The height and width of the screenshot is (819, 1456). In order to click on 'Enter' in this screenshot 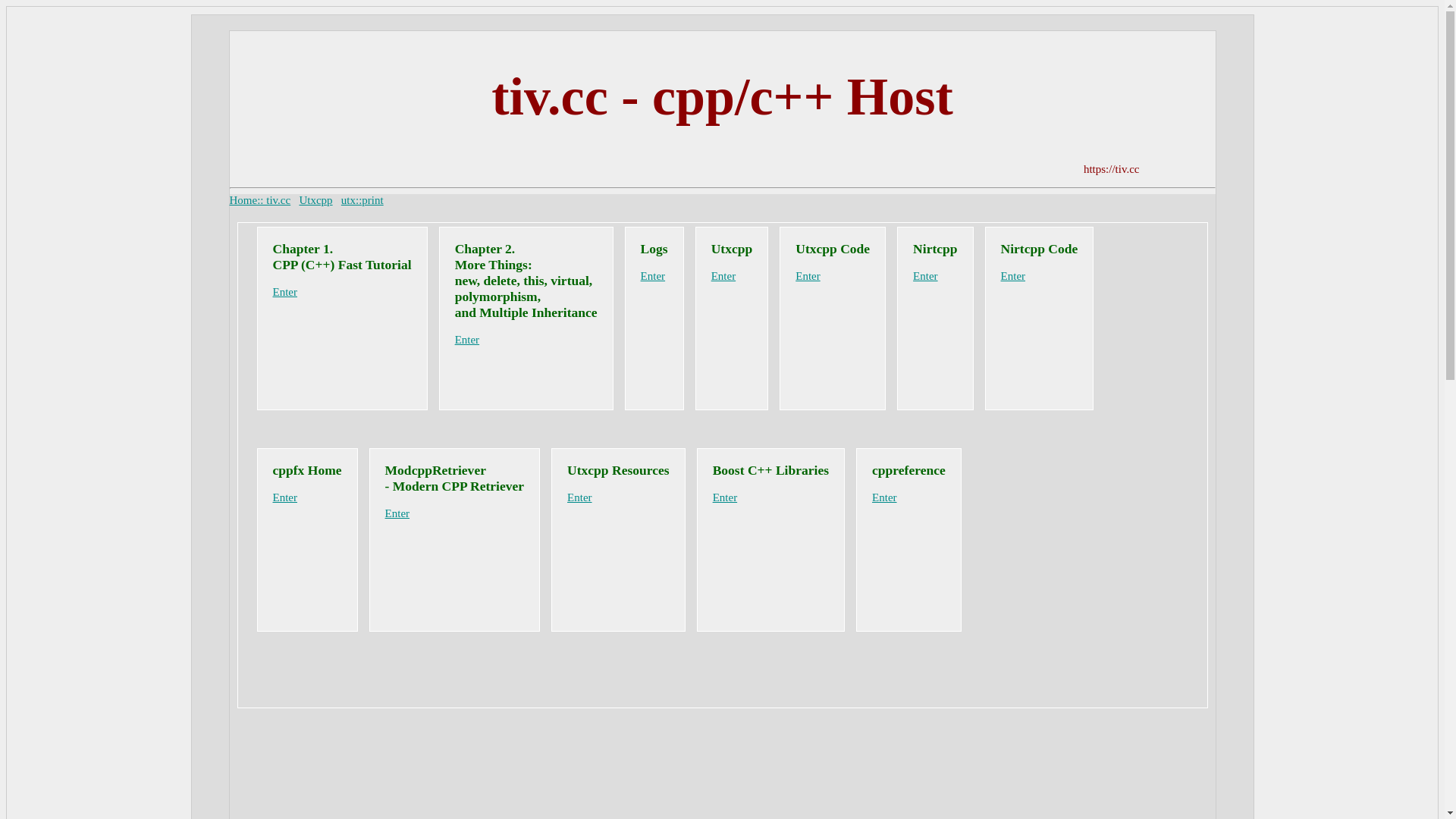, I will do `click(924, 275)`.